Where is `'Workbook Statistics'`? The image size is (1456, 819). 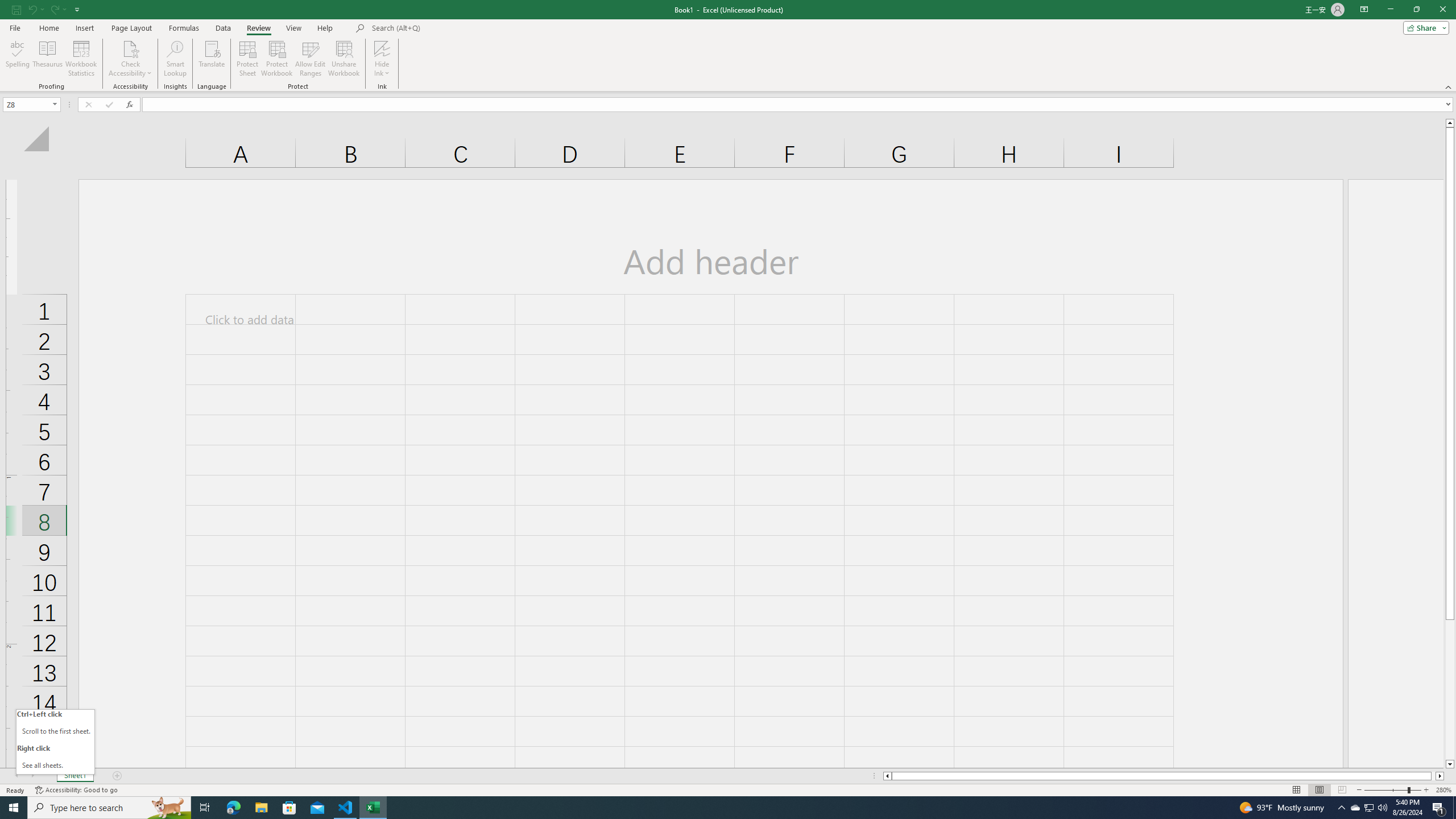
'Workbook Statistics' is located at coordinates (81, 59).